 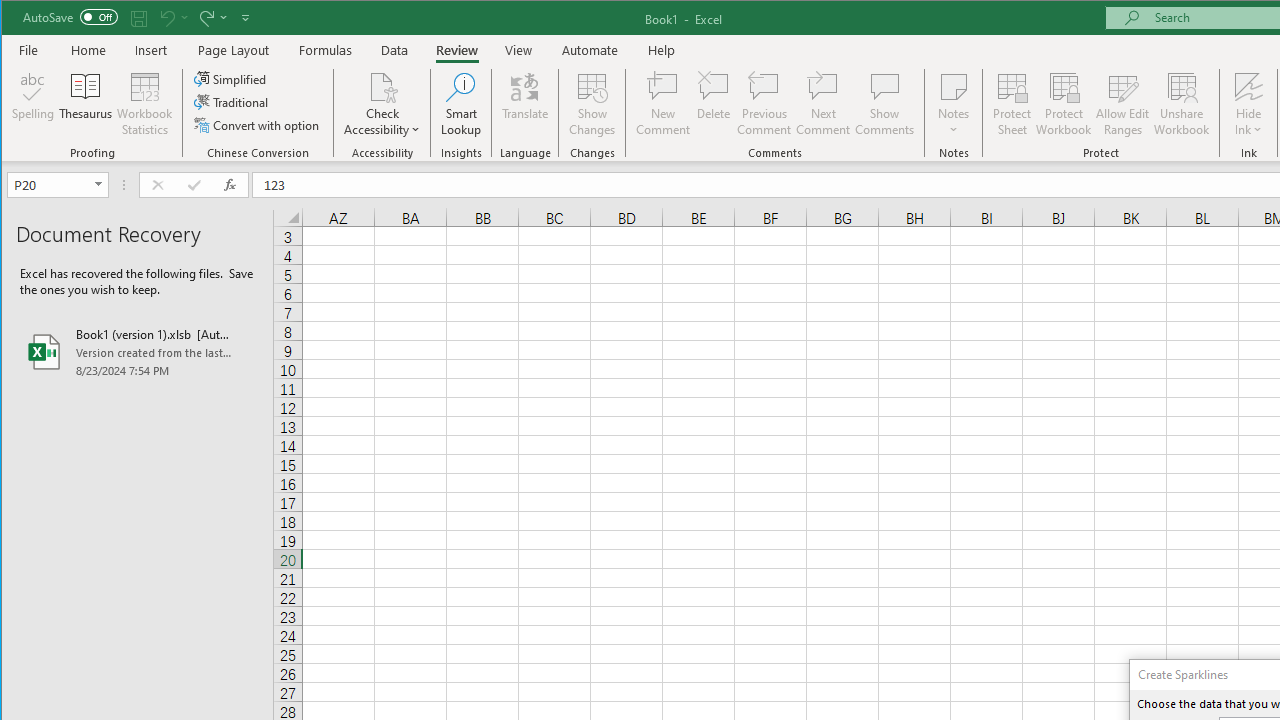 I want to click on 'Customize Quick Access Toolbar', so click(x=244, y=17).